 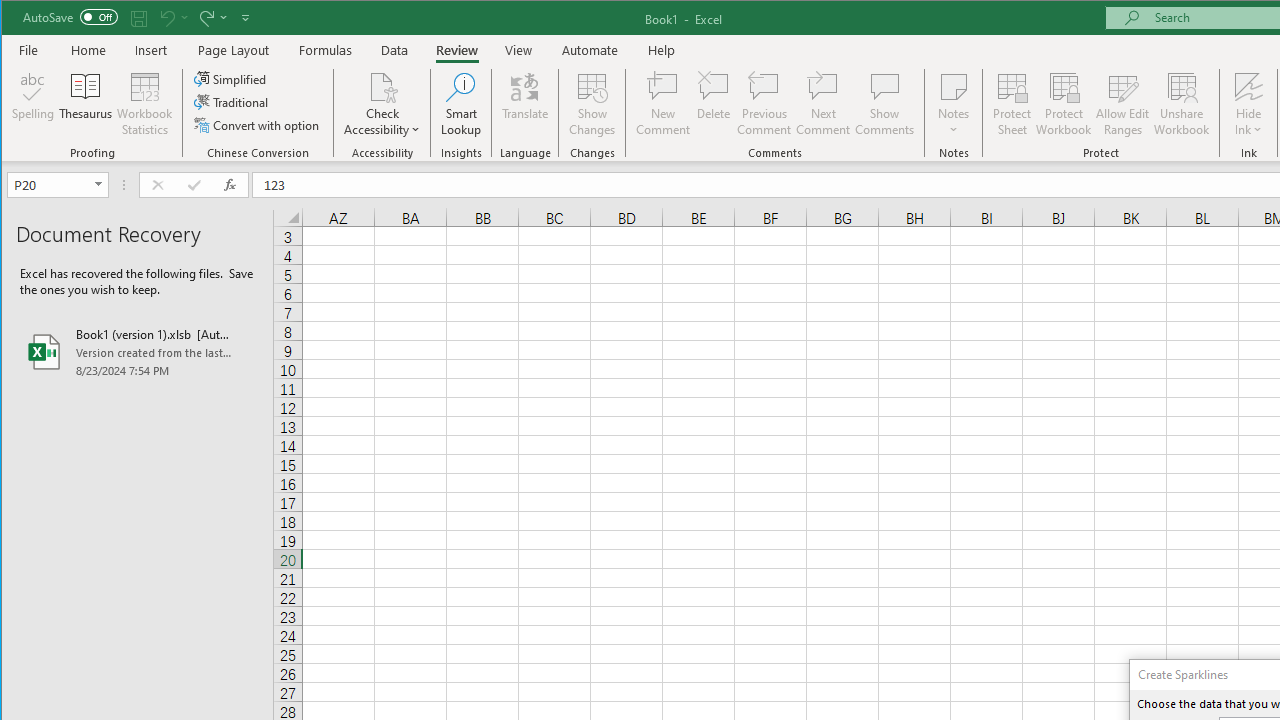 I want to click on 'Customize Quick Access Toolbar', so click(x=244, y=17).